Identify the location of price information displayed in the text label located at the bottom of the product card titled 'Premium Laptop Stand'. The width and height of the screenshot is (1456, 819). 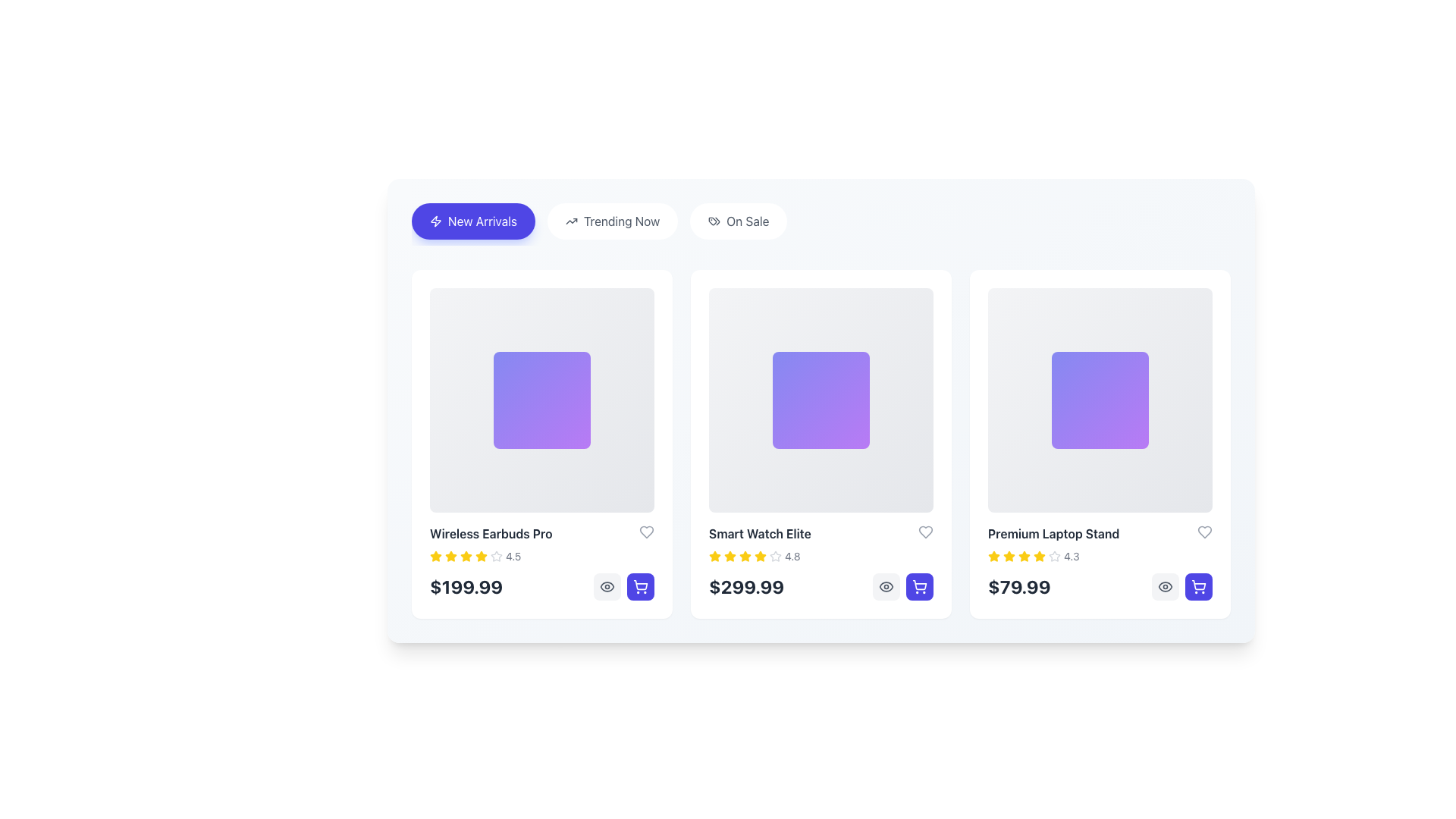
(1019, 586).